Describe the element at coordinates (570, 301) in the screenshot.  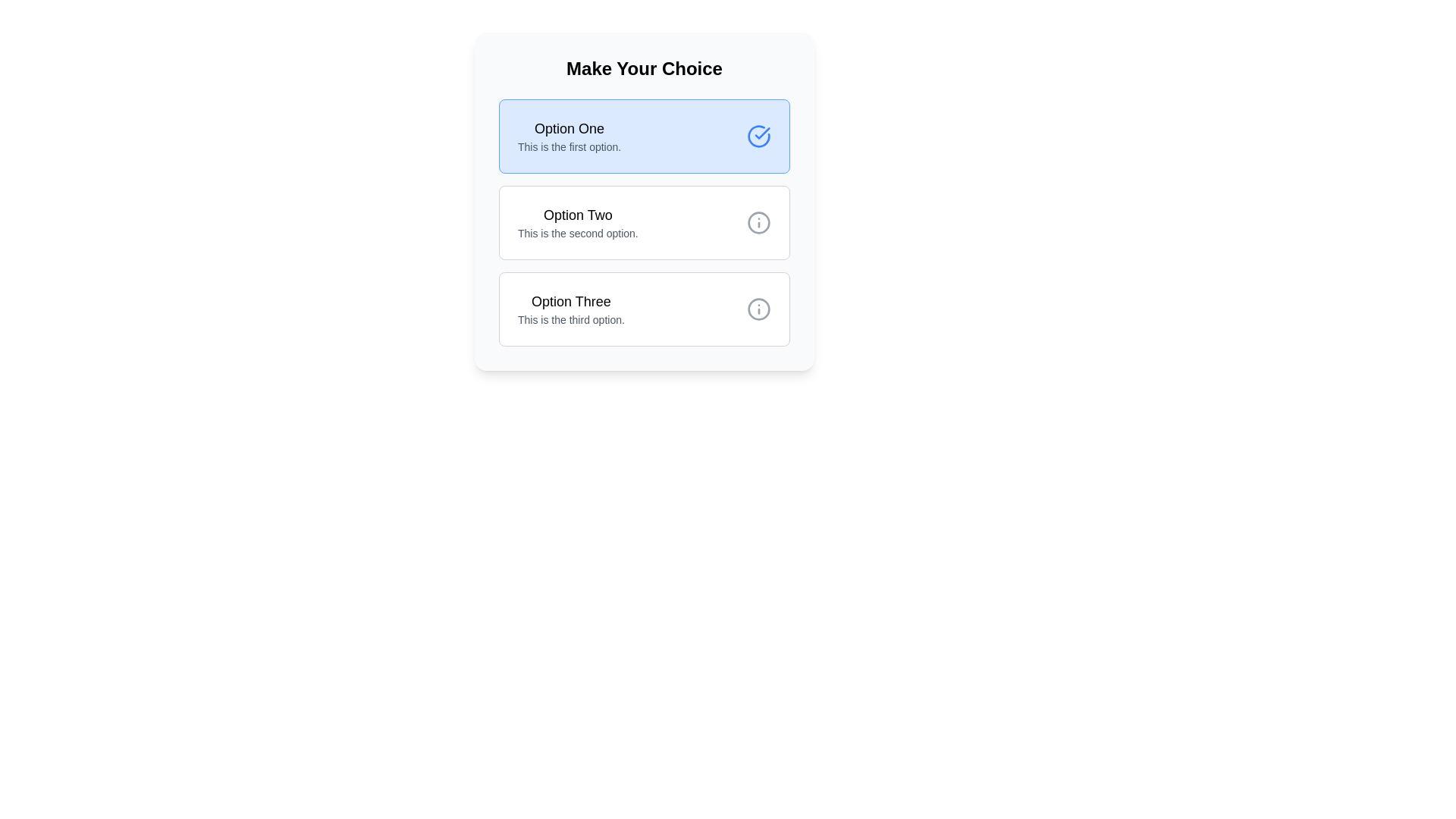
I see `the static text label 'Option Three', which is prominently displayed in the third section of the vertically aligned selection menu` at that location.